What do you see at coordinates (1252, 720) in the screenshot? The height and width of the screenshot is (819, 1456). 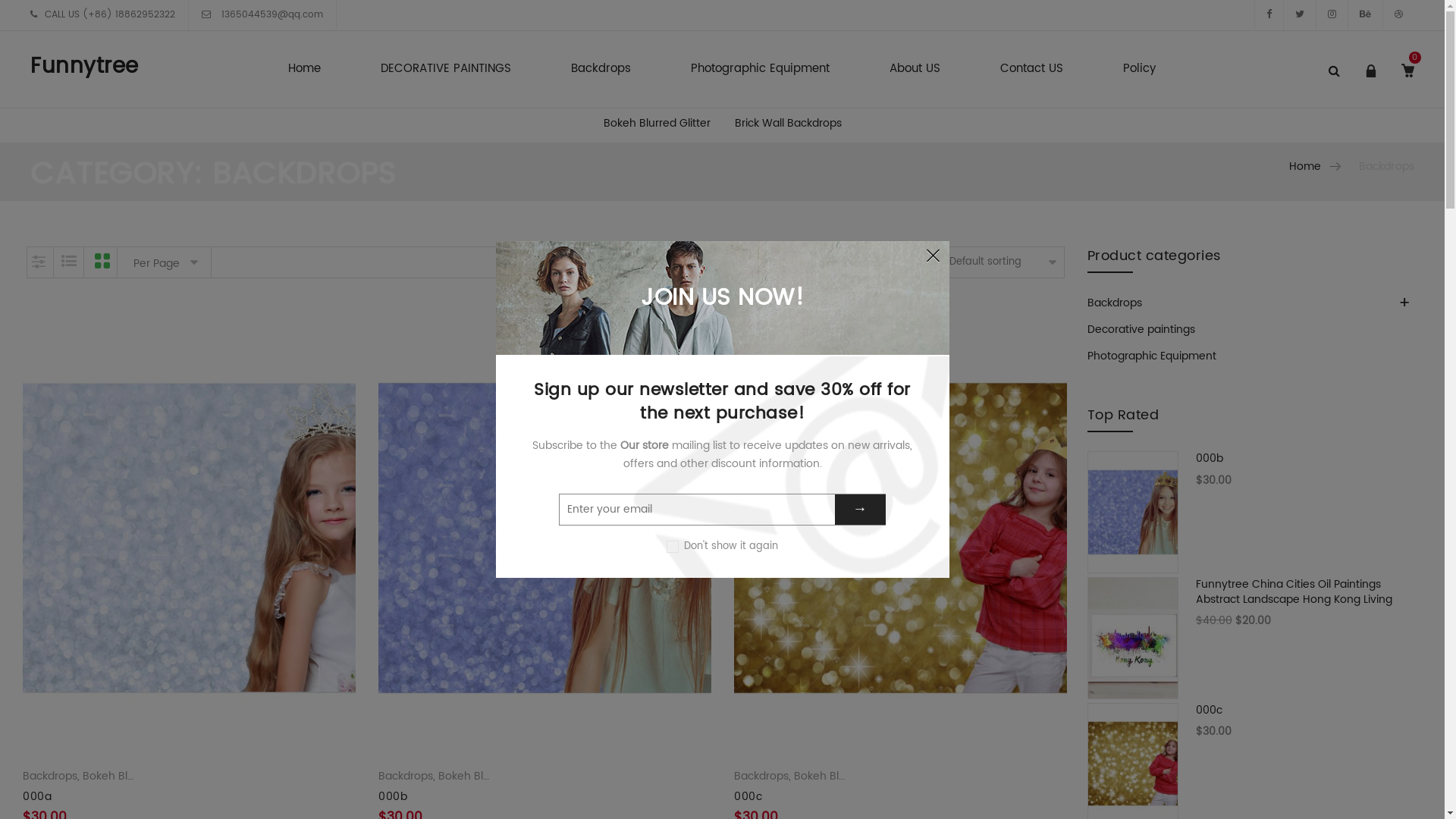 I see `'000c'` at bounding box center [1252, 720].